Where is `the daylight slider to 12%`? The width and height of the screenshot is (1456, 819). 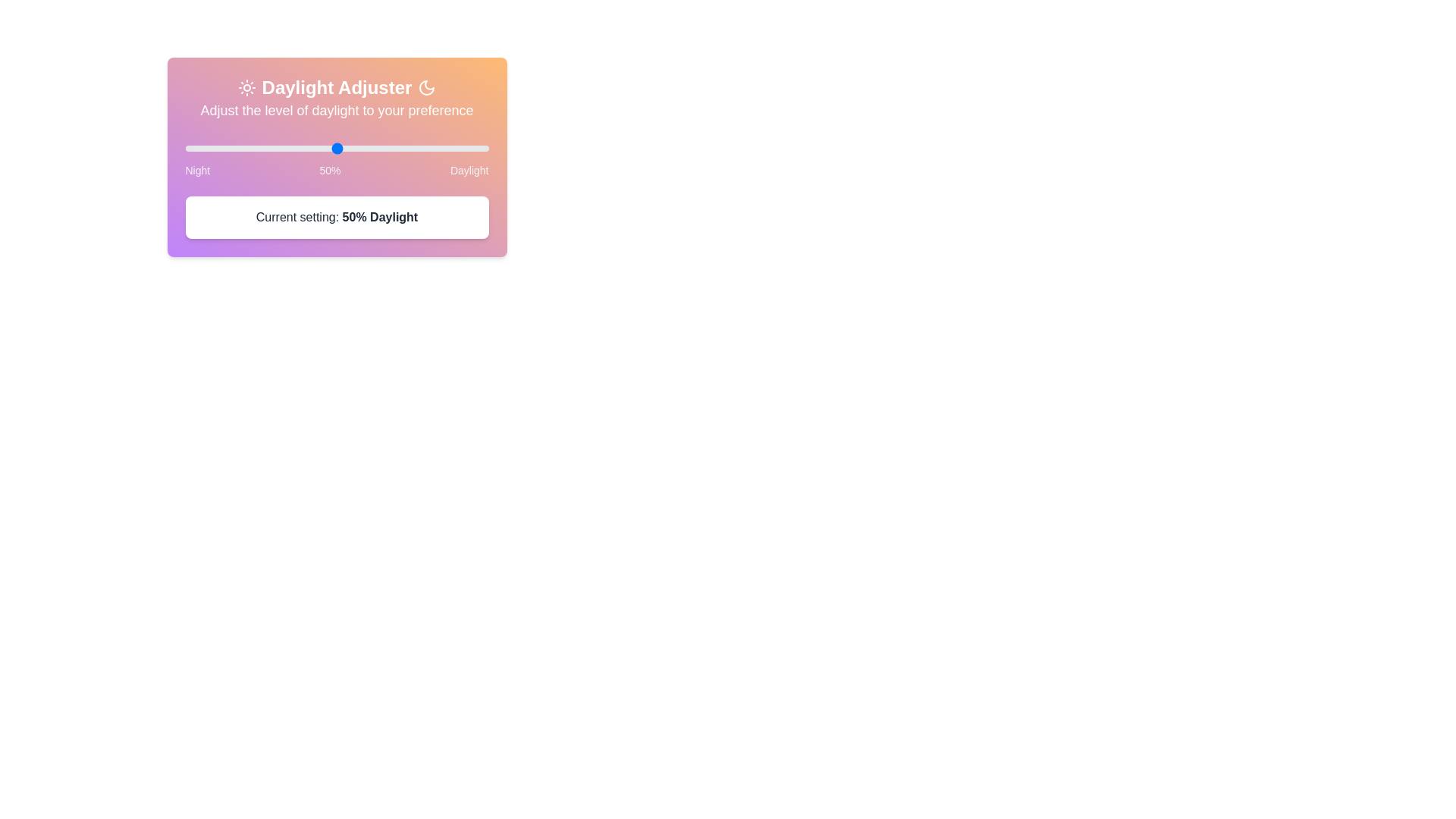 the daylight slider to 12% is located at coordinates (221, 149).